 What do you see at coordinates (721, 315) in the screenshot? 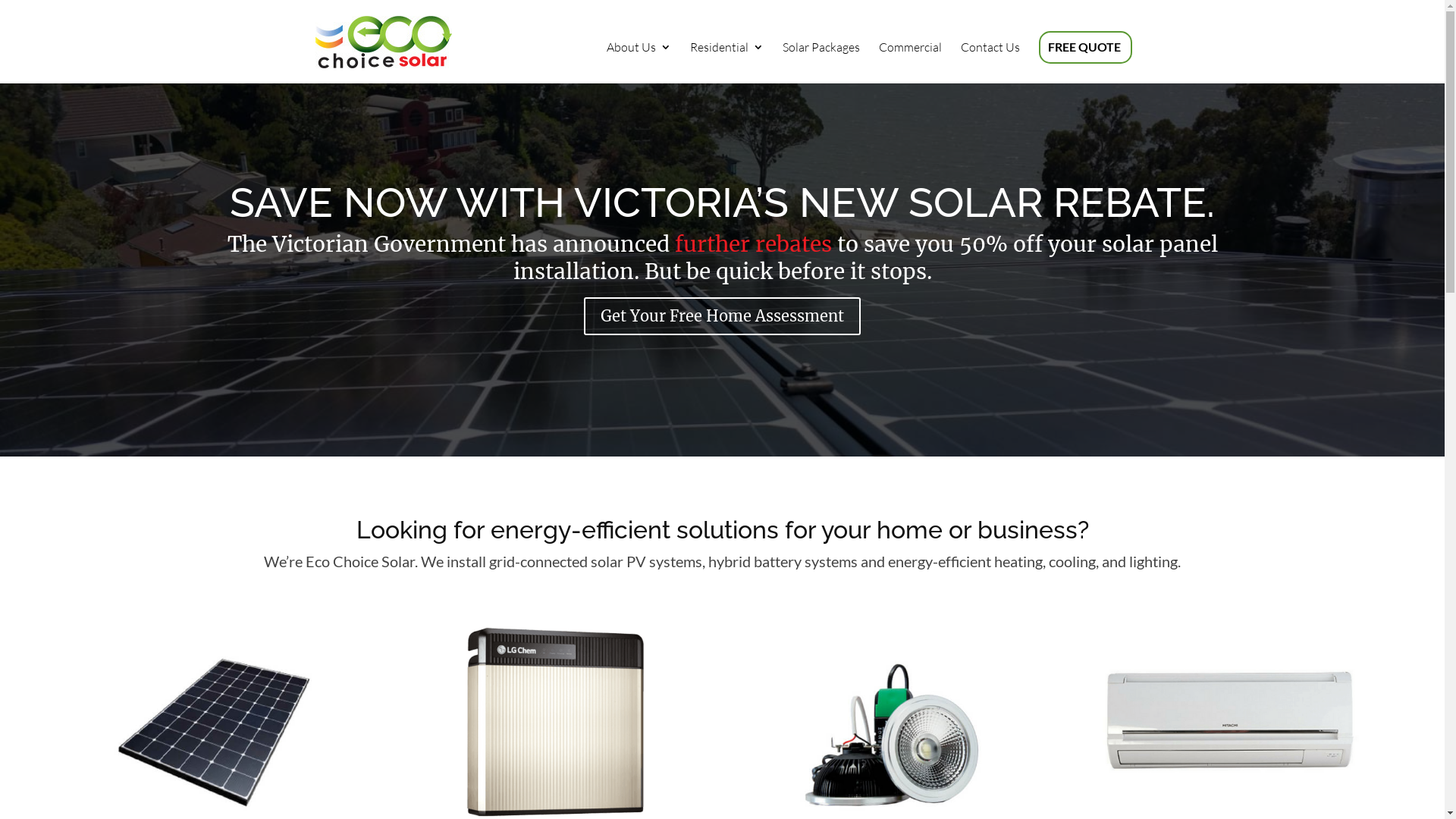
I see `'Get Your Free Home Assessment'` at bounding box center [721, 315].